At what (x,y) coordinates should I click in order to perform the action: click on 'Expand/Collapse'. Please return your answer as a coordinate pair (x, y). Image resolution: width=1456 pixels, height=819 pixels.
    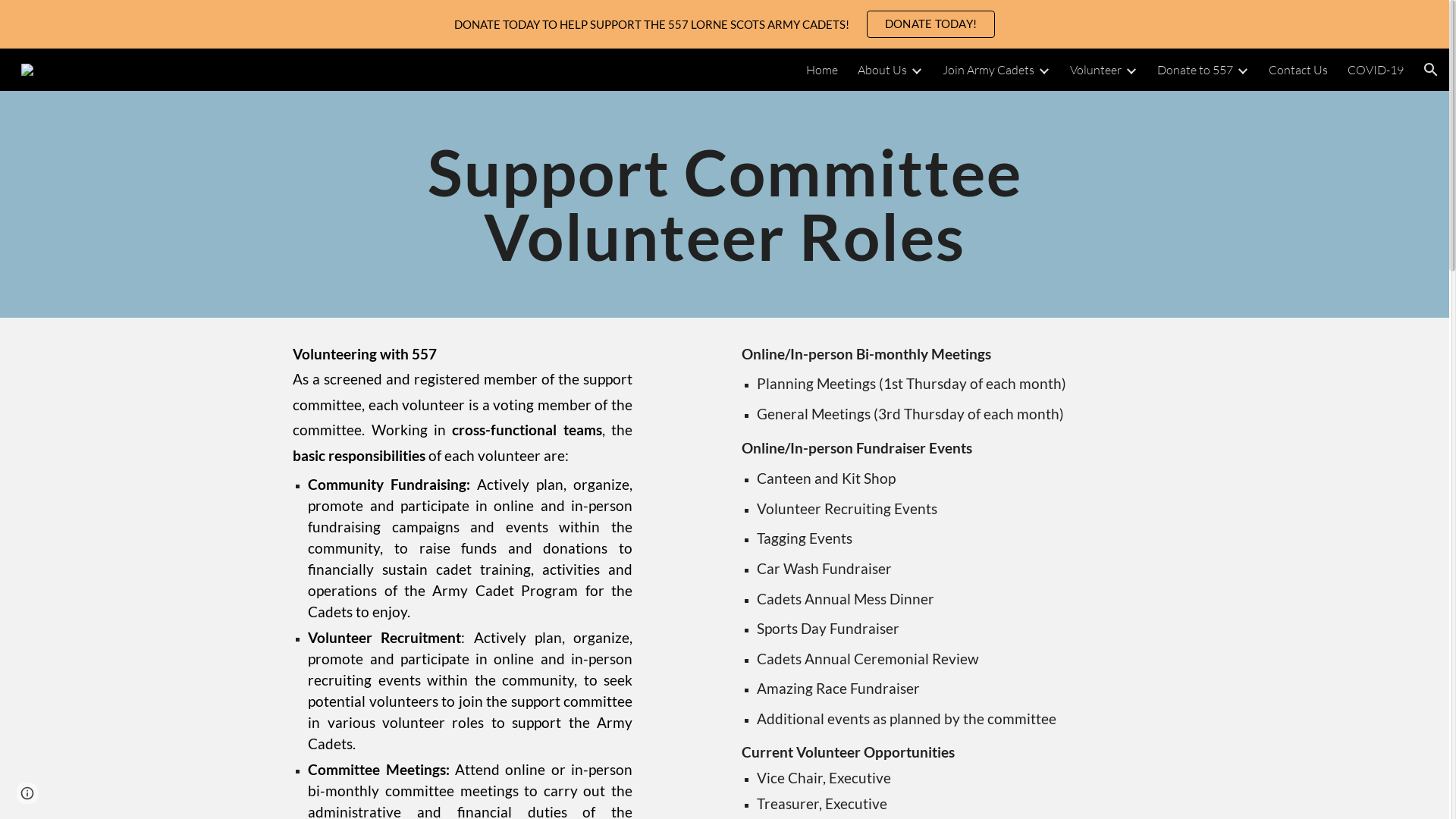
    Looking at the image, I should click on (1124, 70).